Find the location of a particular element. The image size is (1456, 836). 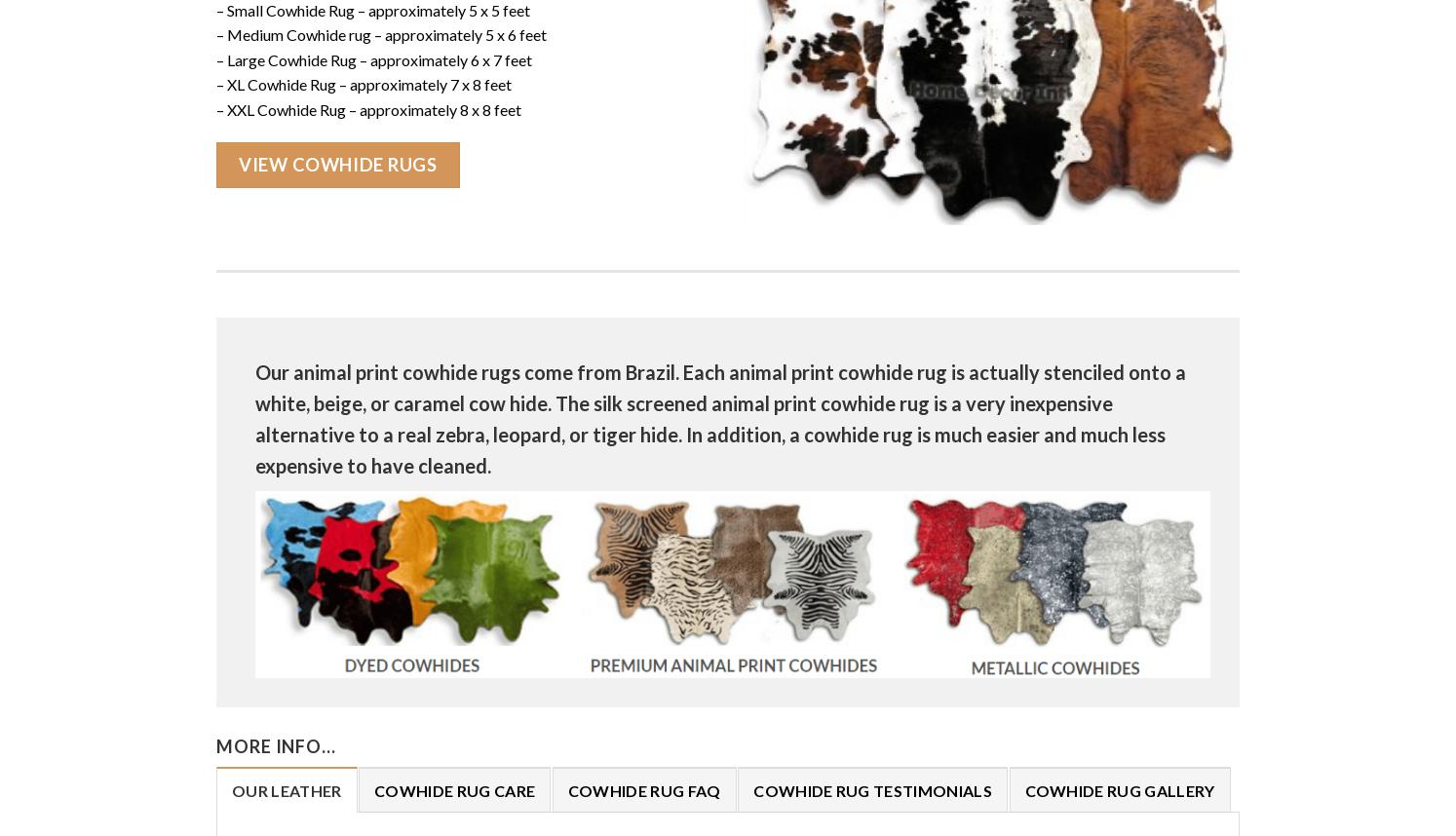

'MORE INFO...' is located at coordinates (275, 745).